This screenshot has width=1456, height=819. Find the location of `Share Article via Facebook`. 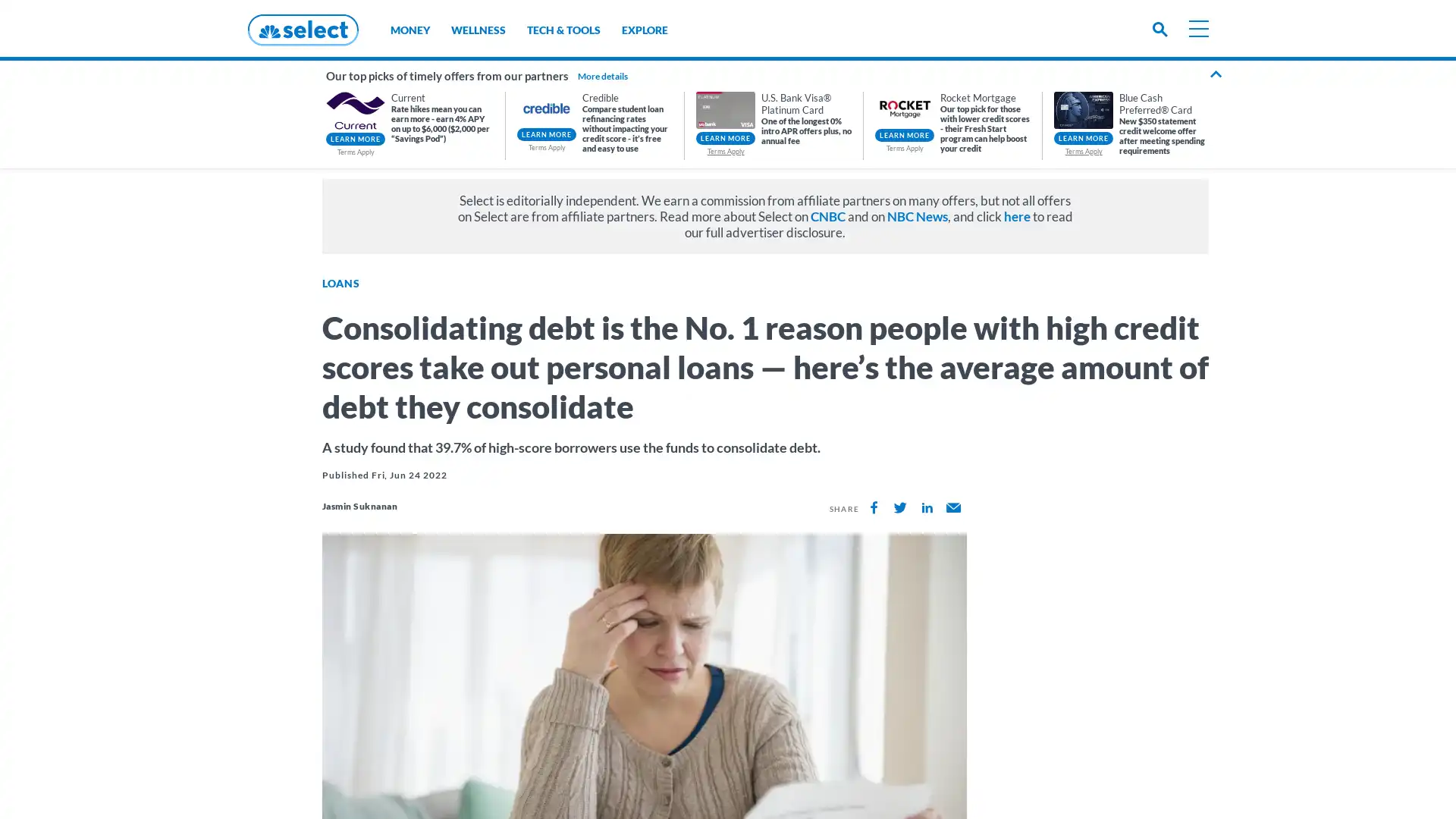

Share Article via Facebook is located at coordinates (873, 507).